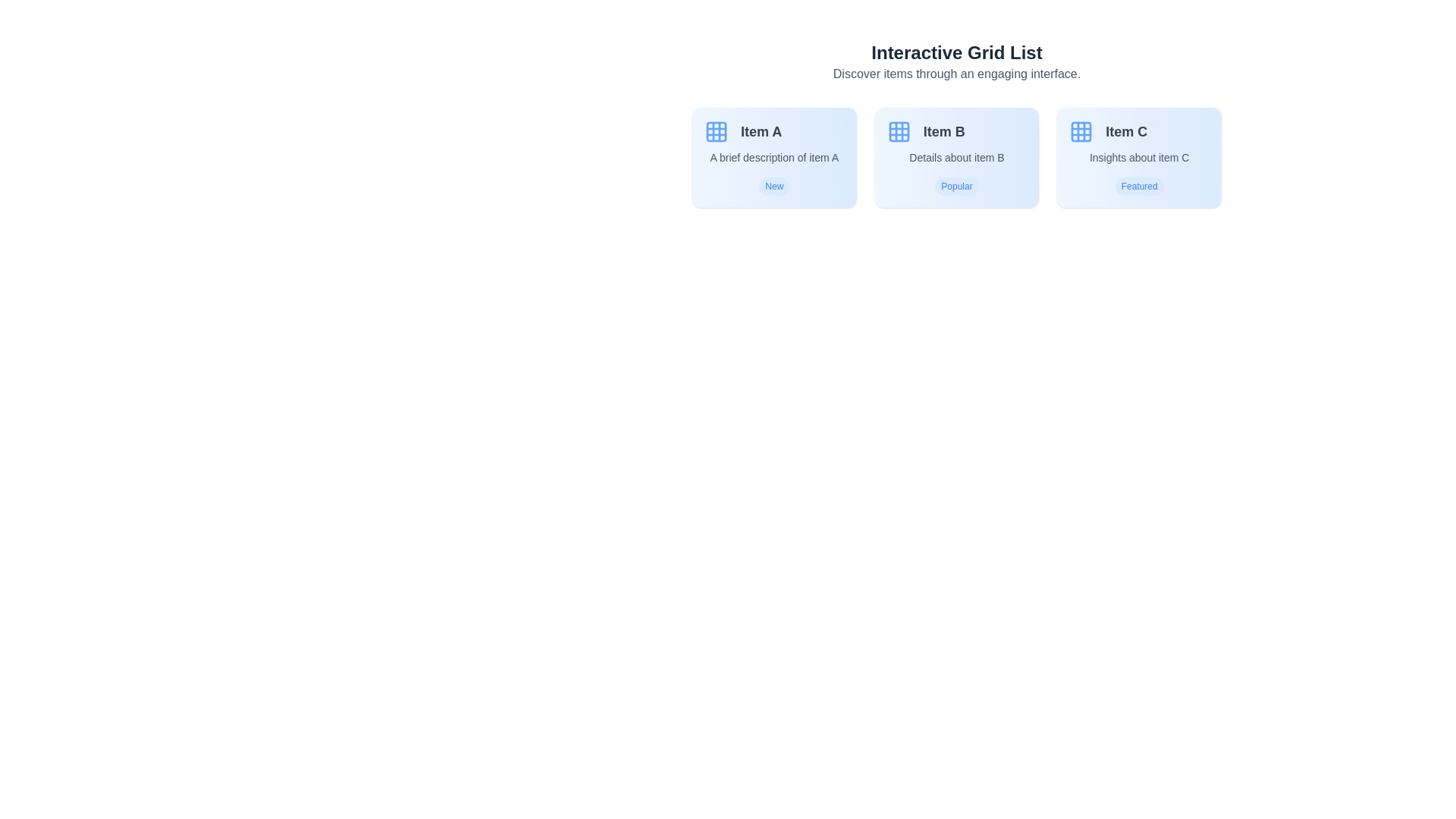 This screenshot has height=819, width=1456. I want to click on the tag associated with Item B to view its details, so click(956, 186).